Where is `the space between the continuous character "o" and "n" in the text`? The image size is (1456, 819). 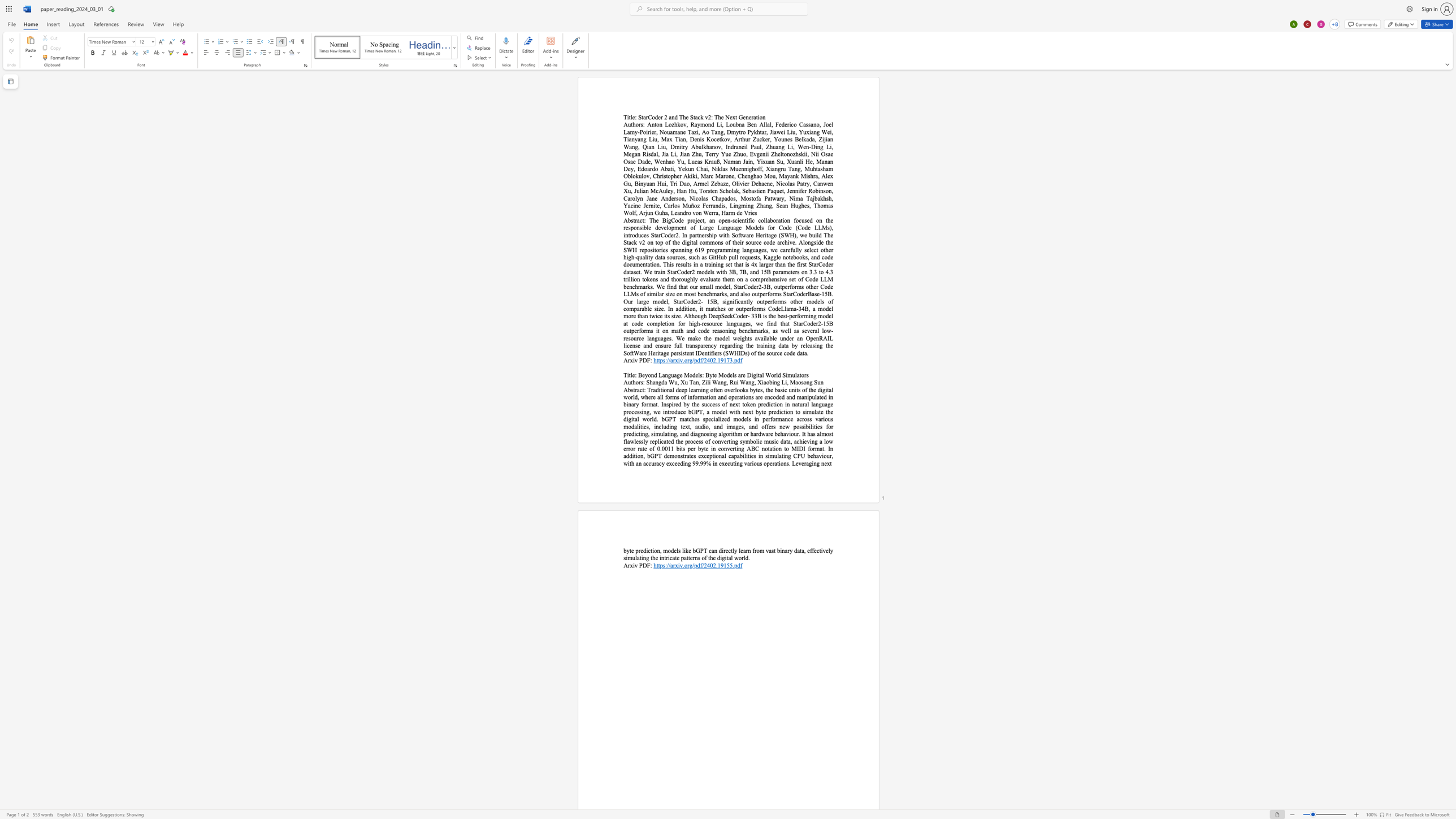 the space between the continuous character "o" and "n" in the text is located at coordinates (650, 375).